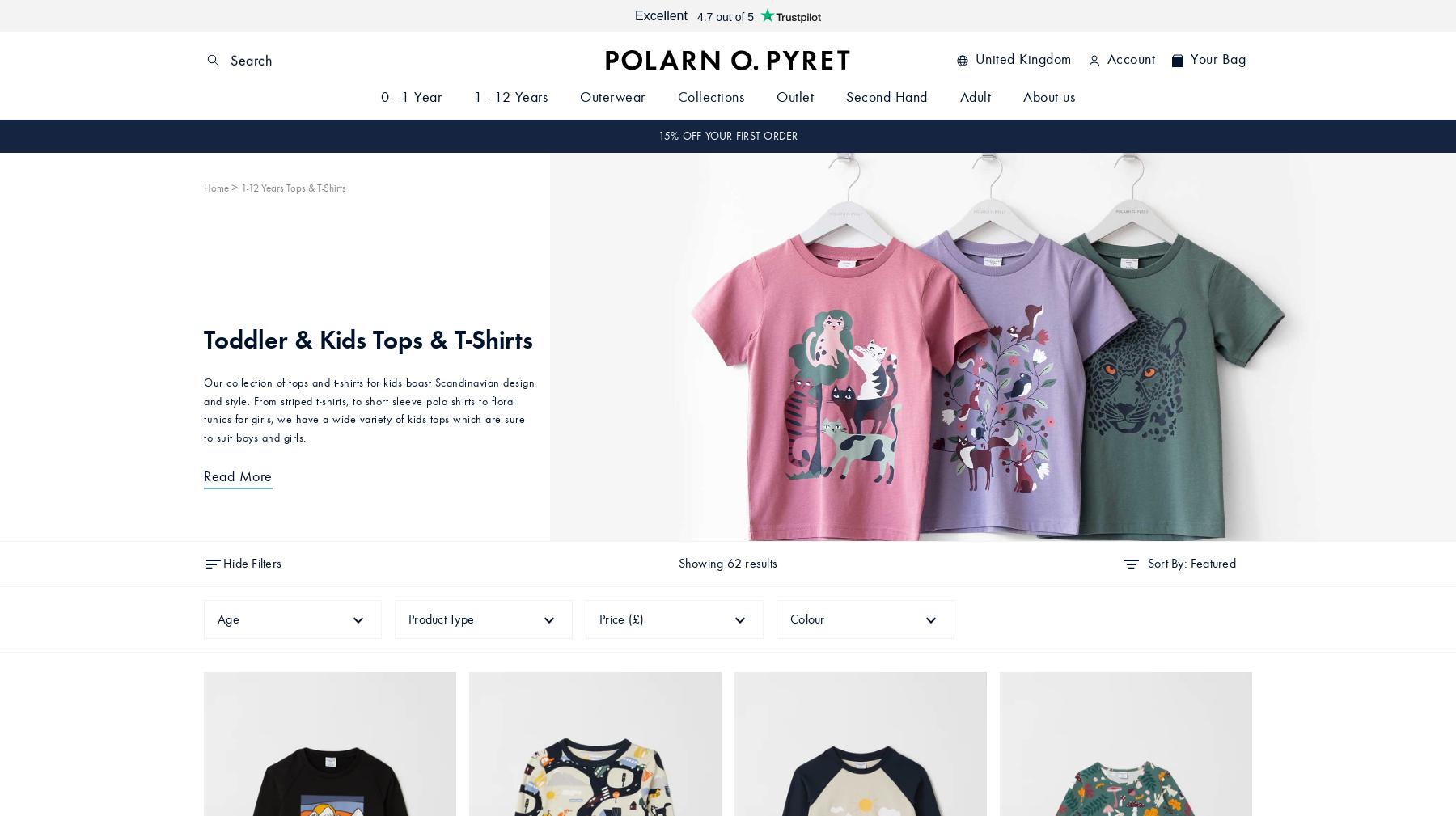 Image resolution: width=1456 pixels, height=816 pixels. Describe the element at coordinates (1022, 58) in the screenshot. I see `'United Kingdom'` at that location.